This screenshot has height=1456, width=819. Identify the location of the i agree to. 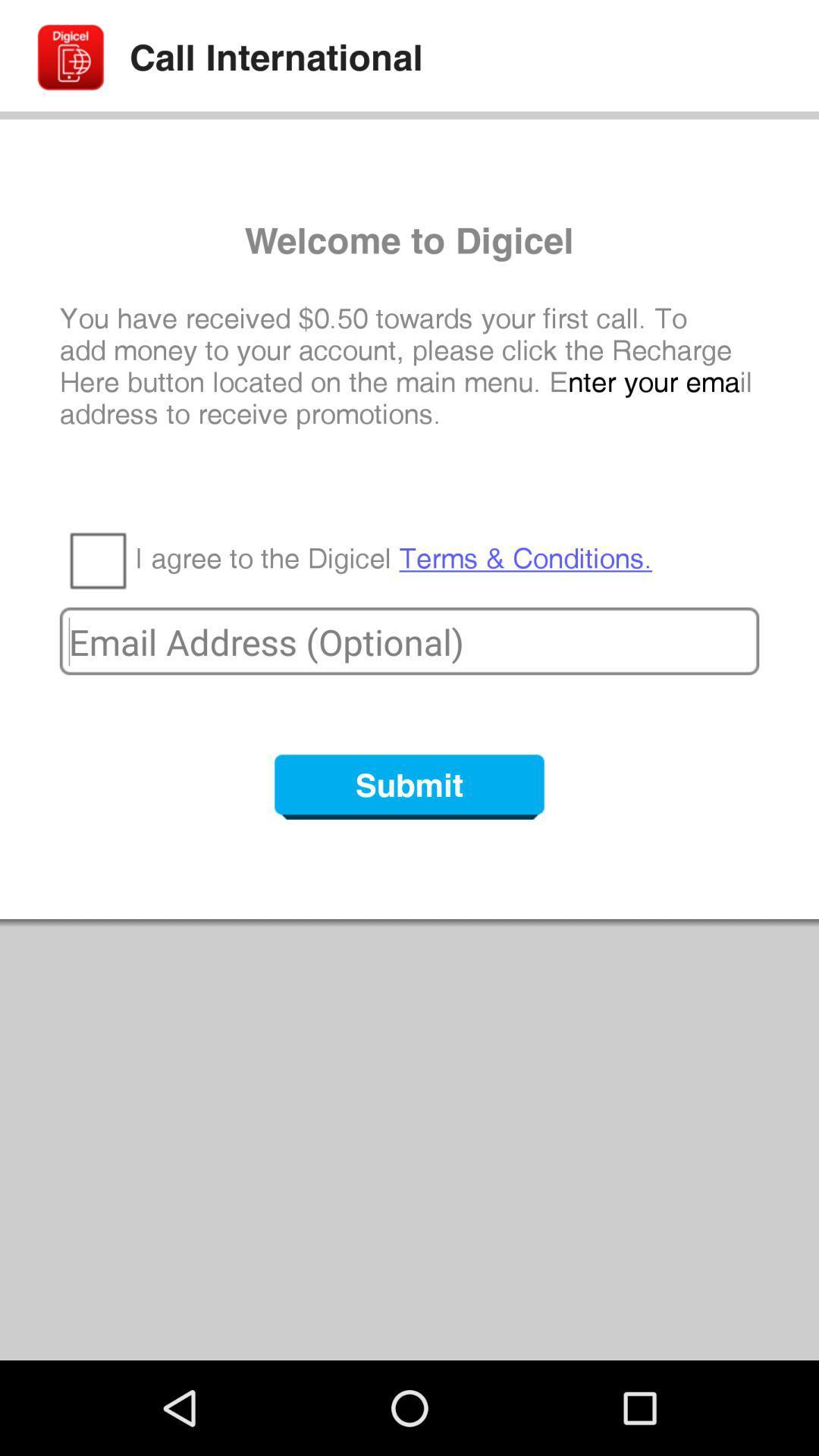
(393, 558).